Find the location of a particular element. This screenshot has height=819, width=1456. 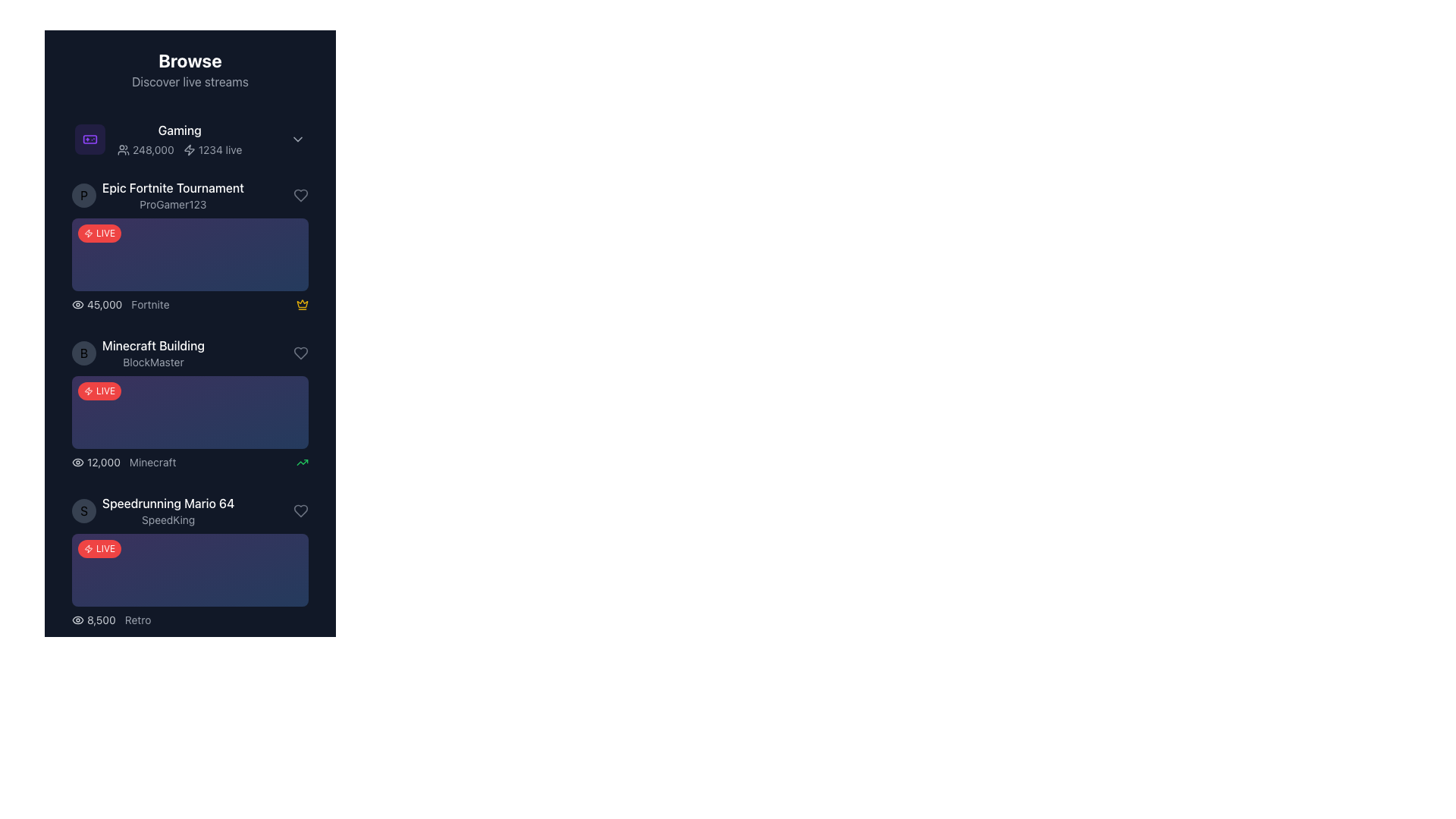

the 'like' or 'favorite' button located on the far right side of the 'Speedrunning Mario 64' list entry is located at coordinates (301, 353).